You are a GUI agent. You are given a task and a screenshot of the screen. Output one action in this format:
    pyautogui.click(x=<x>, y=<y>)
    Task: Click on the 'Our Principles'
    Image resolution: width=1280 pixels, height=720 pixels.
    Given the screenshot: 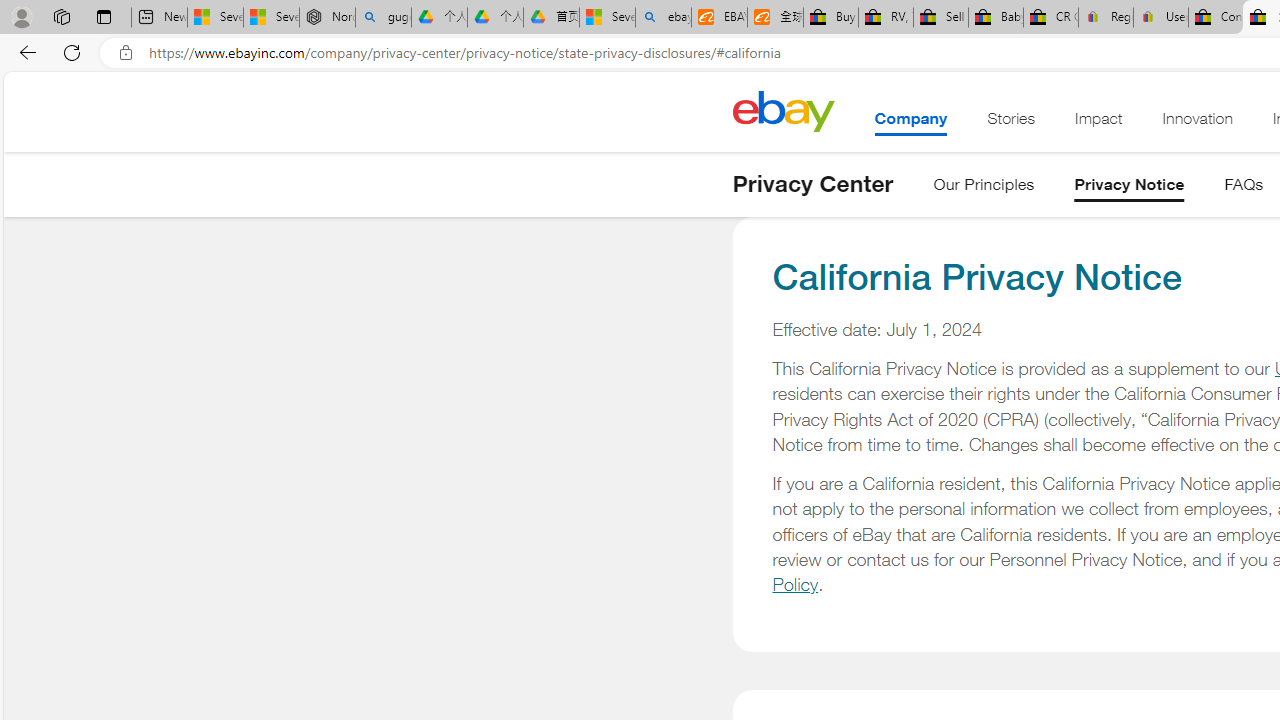 What is the action you would take?
    pyautogui.click(x=984, y=188)
    